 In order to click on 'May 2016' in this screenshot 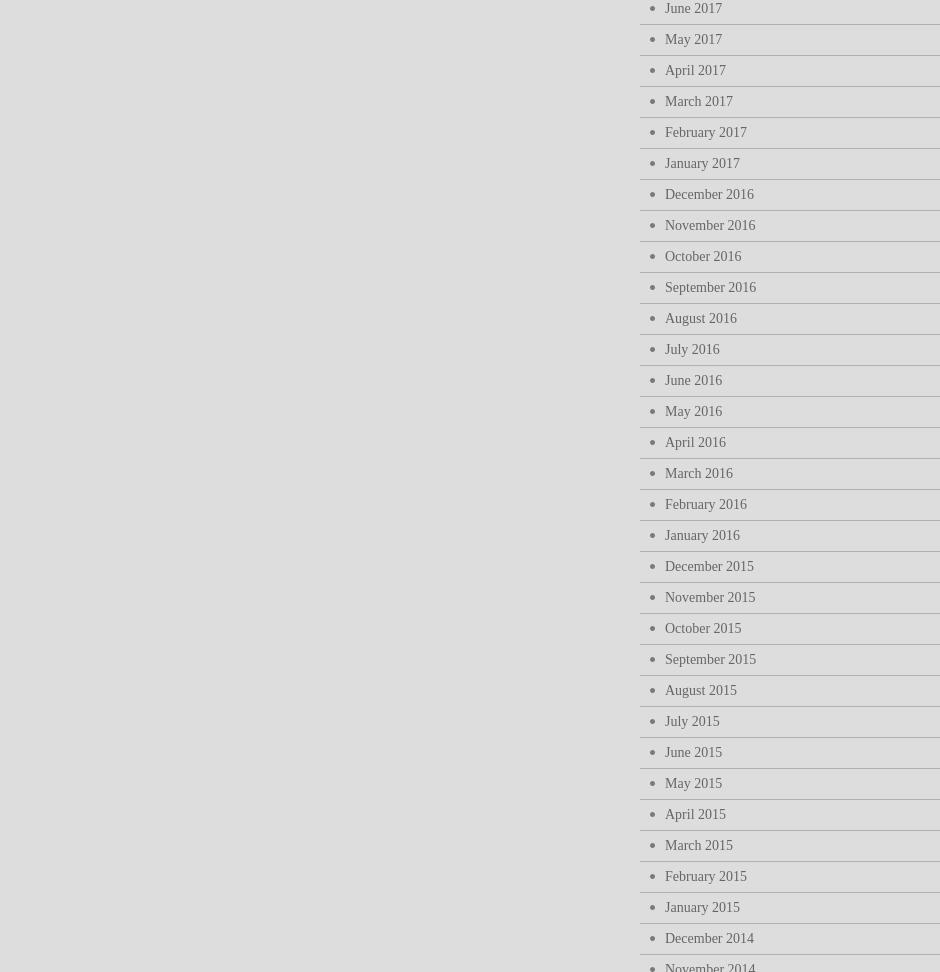, I will do `click(692, 411)`.